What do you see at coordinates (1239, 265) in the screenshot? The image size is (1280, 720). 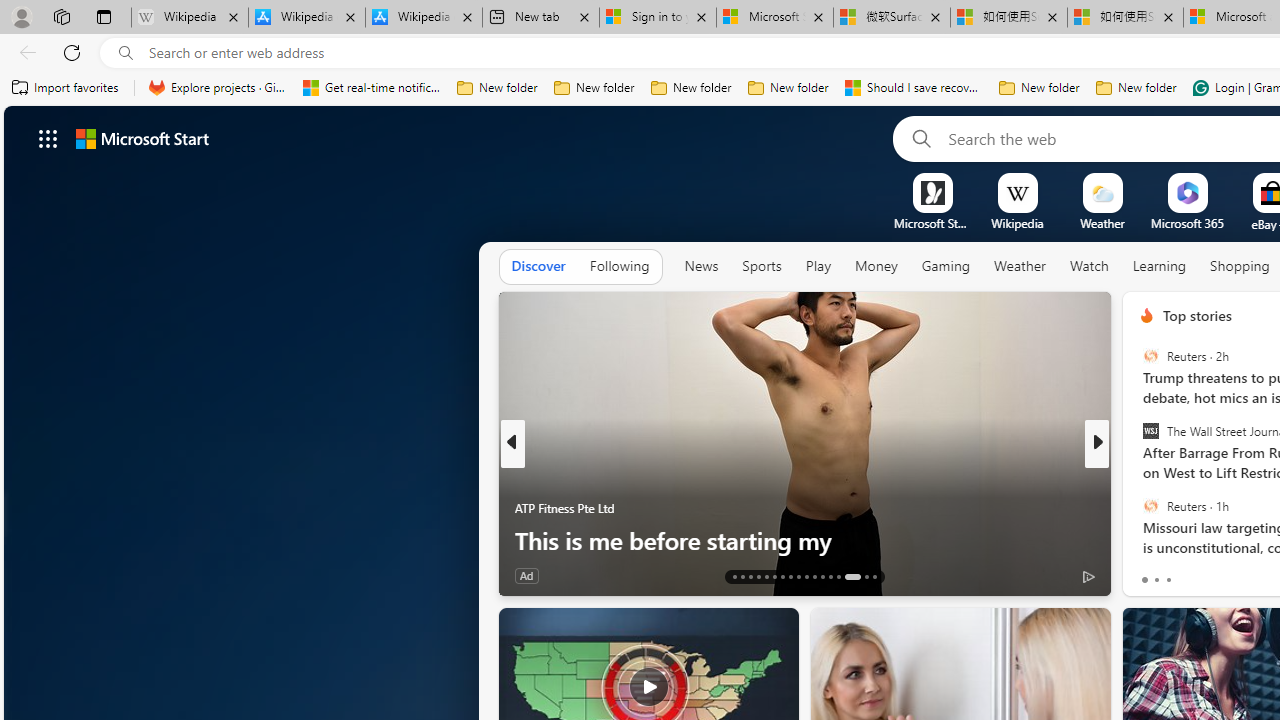 I see `'Shopping'` at bounding box center [1239, 265].